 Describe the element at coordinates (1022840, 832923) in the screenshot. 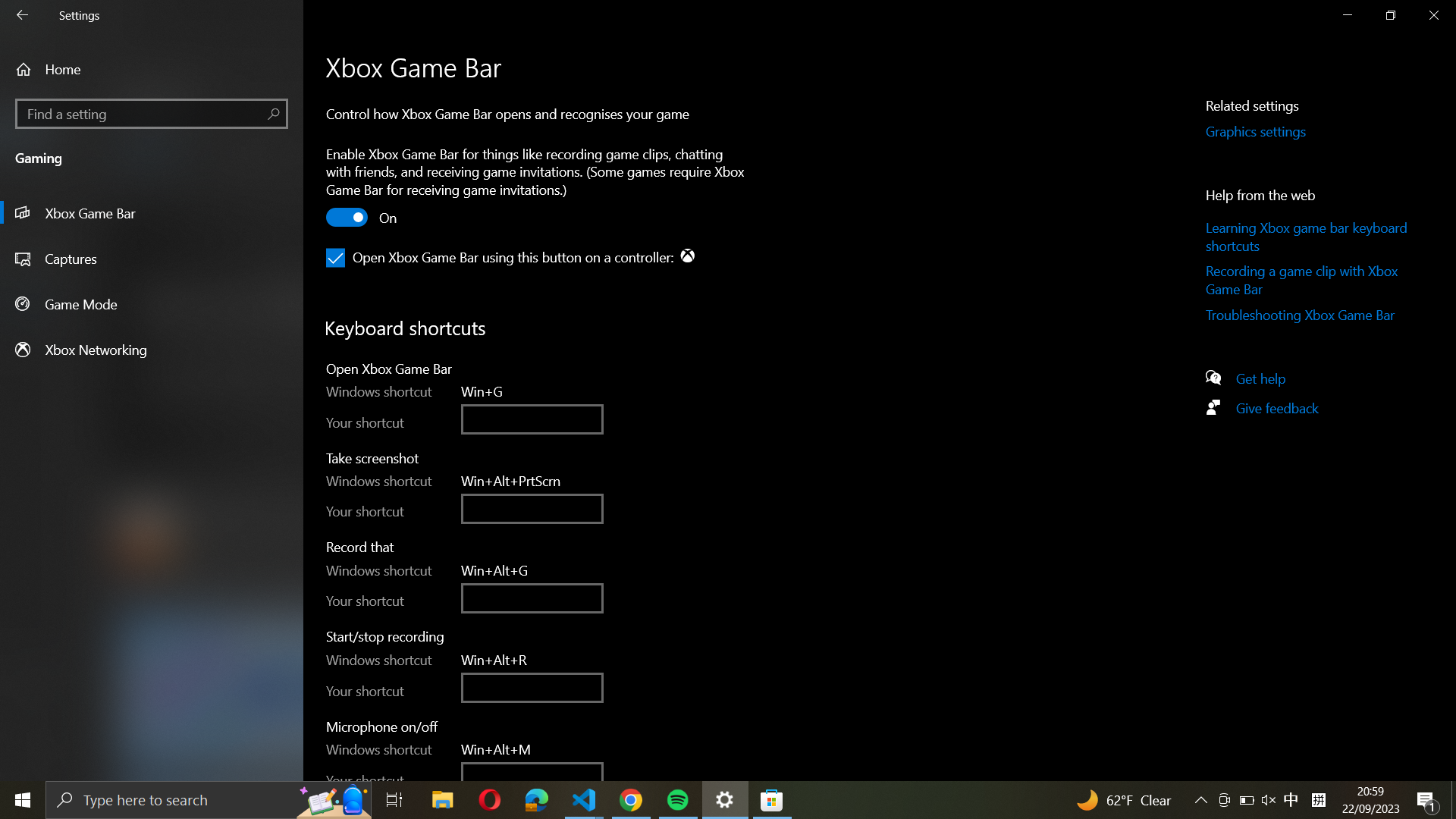

I see `Configure the keyboard combination "Win+M" to control the microphone"s on/off feature` at that location.